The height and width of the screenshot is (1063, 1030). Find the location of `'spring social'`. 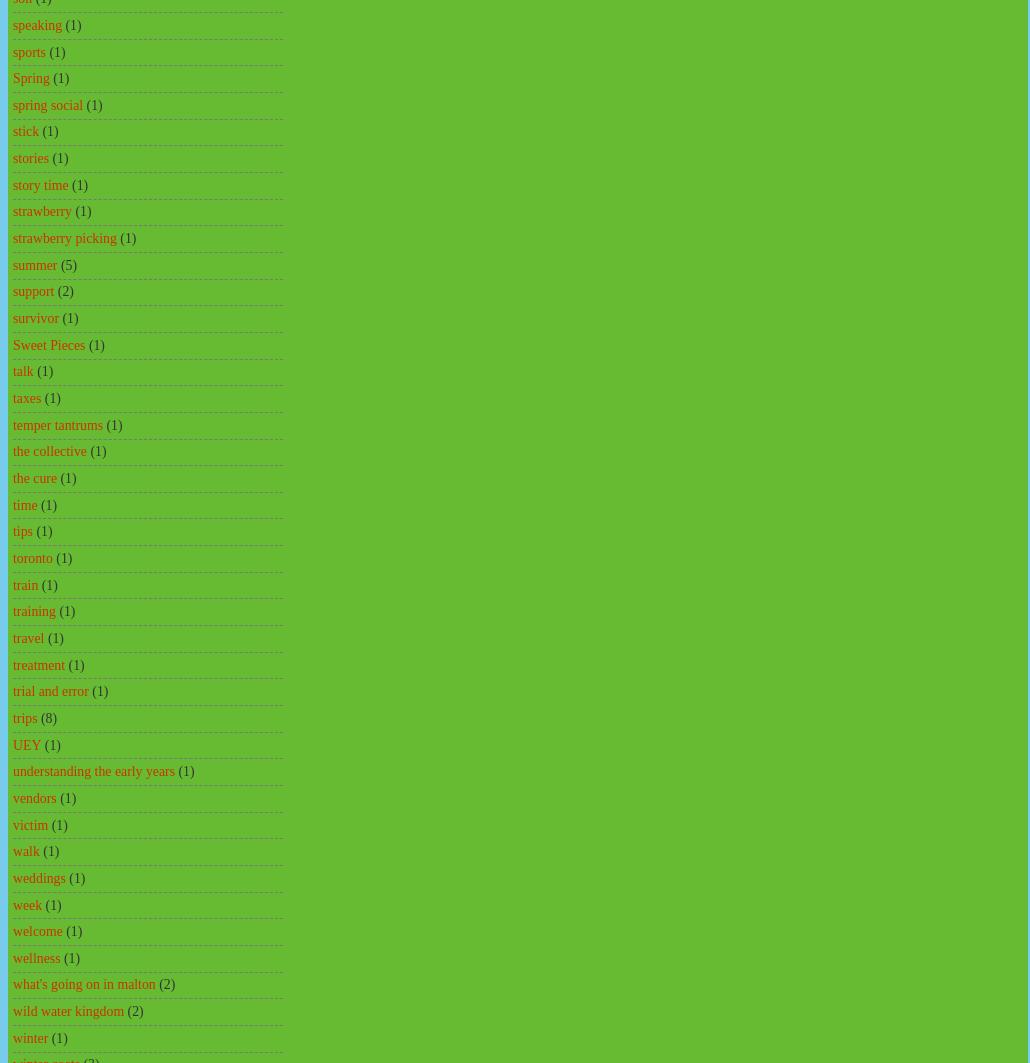

'spring social' is located at coordinates (47, 104).